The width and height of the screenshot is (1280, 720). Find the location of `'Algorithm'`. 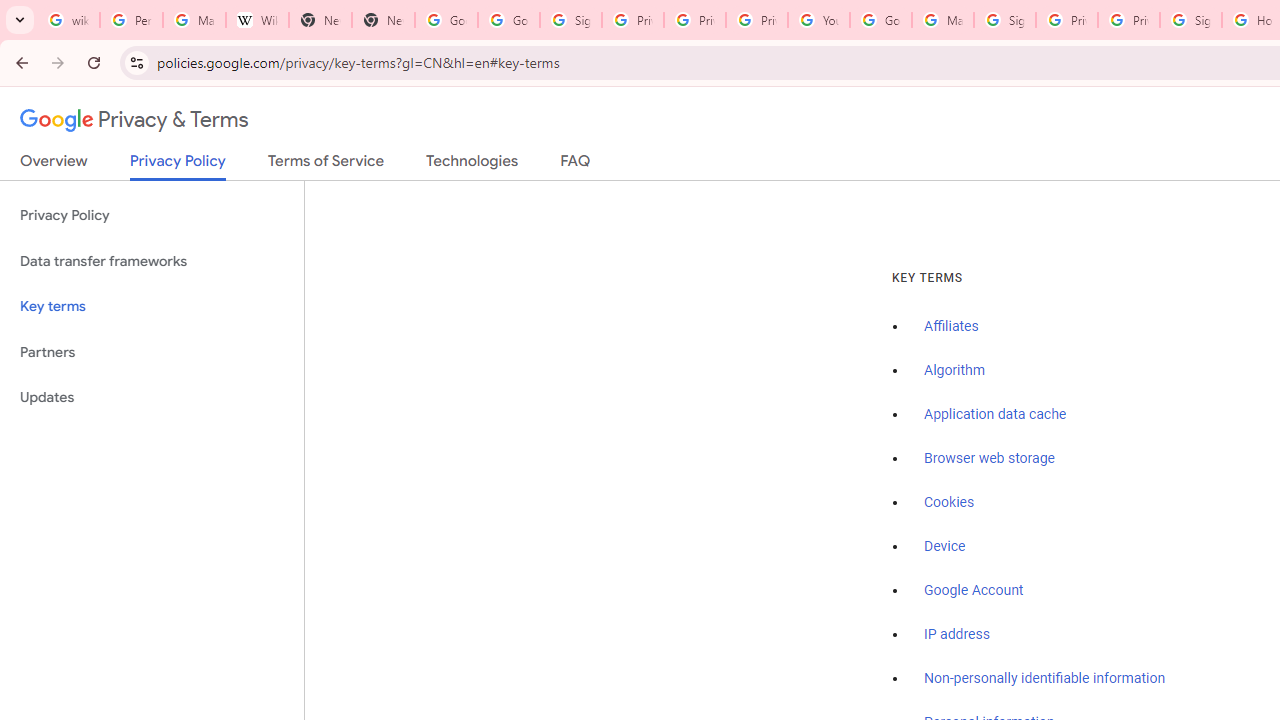

'Algorithm' is located at coordinates (953, 371).